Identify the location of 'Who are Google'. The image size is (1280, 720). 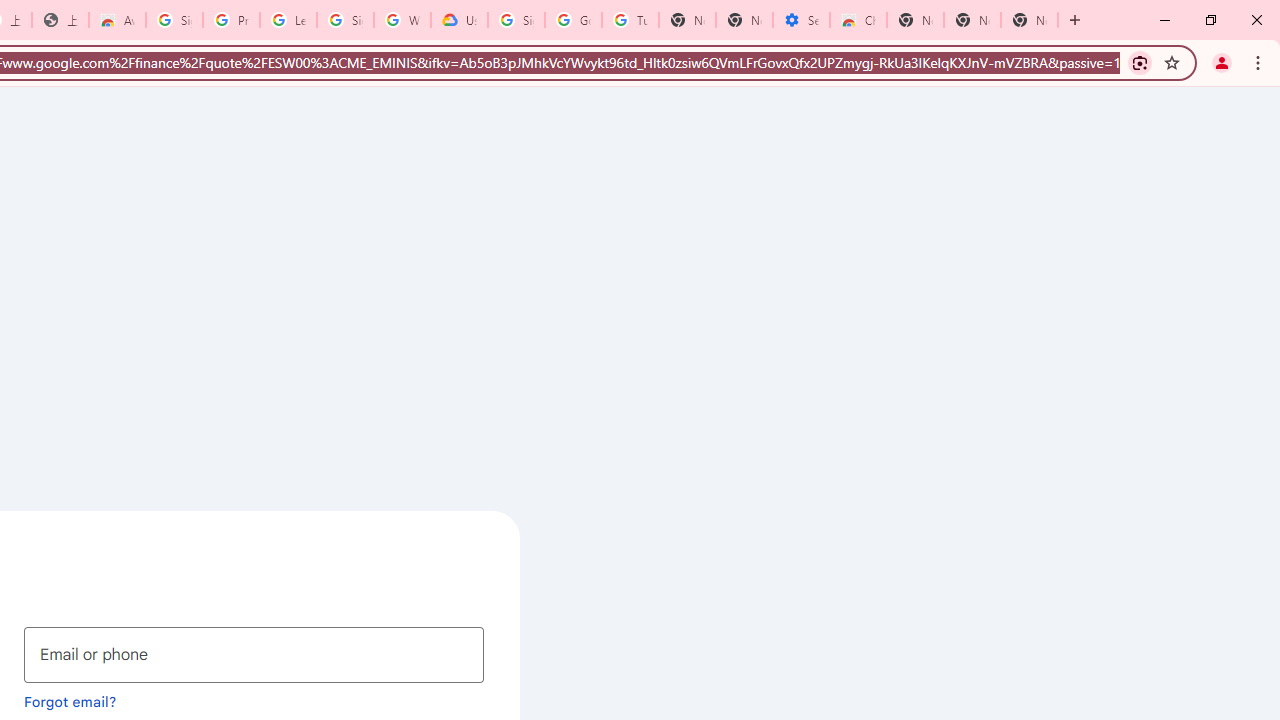
(401, 20).